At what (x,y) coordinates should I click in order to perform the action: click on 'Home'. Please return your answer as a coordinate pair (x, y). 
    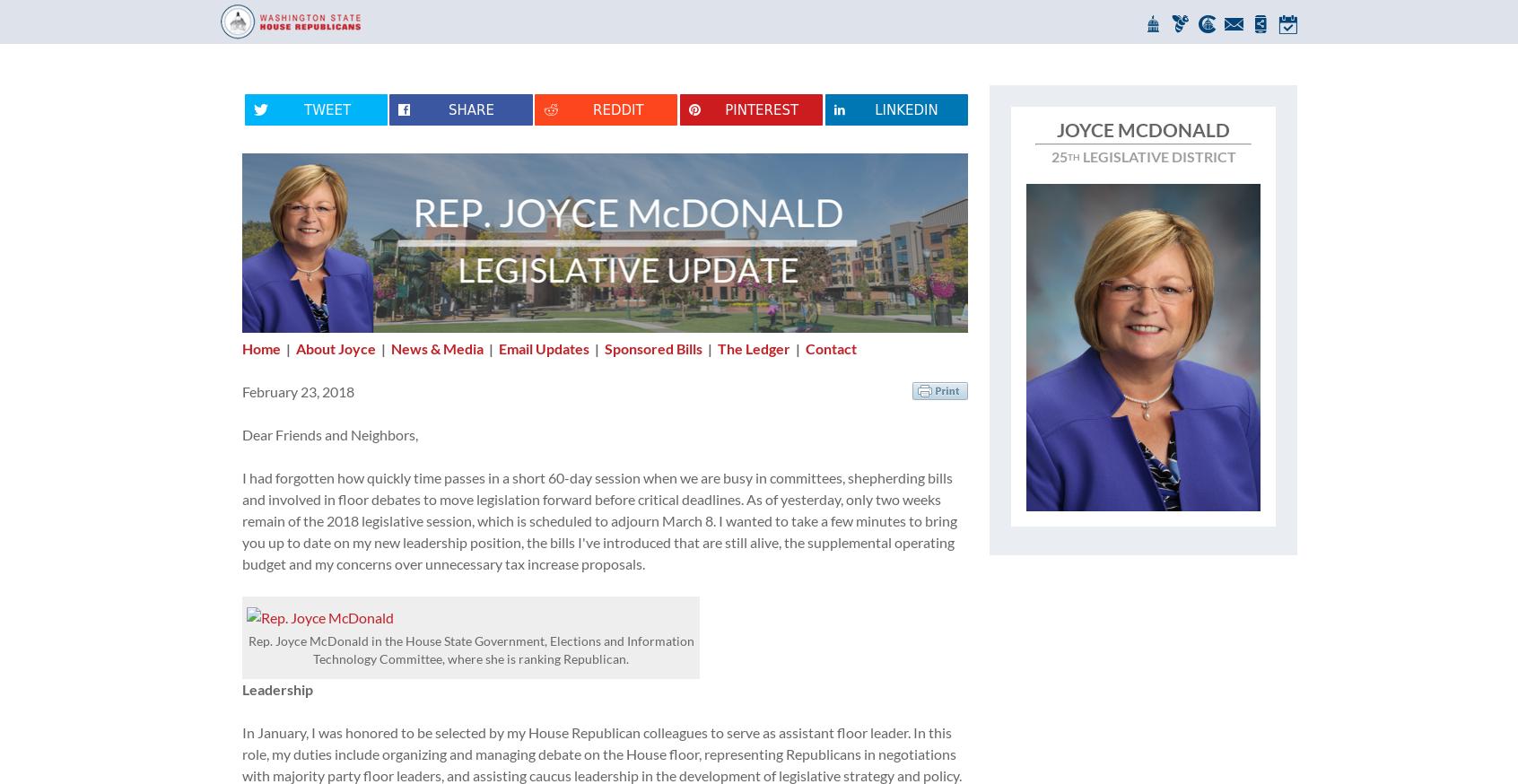
    Looking at the image, I should click on (242, 348).